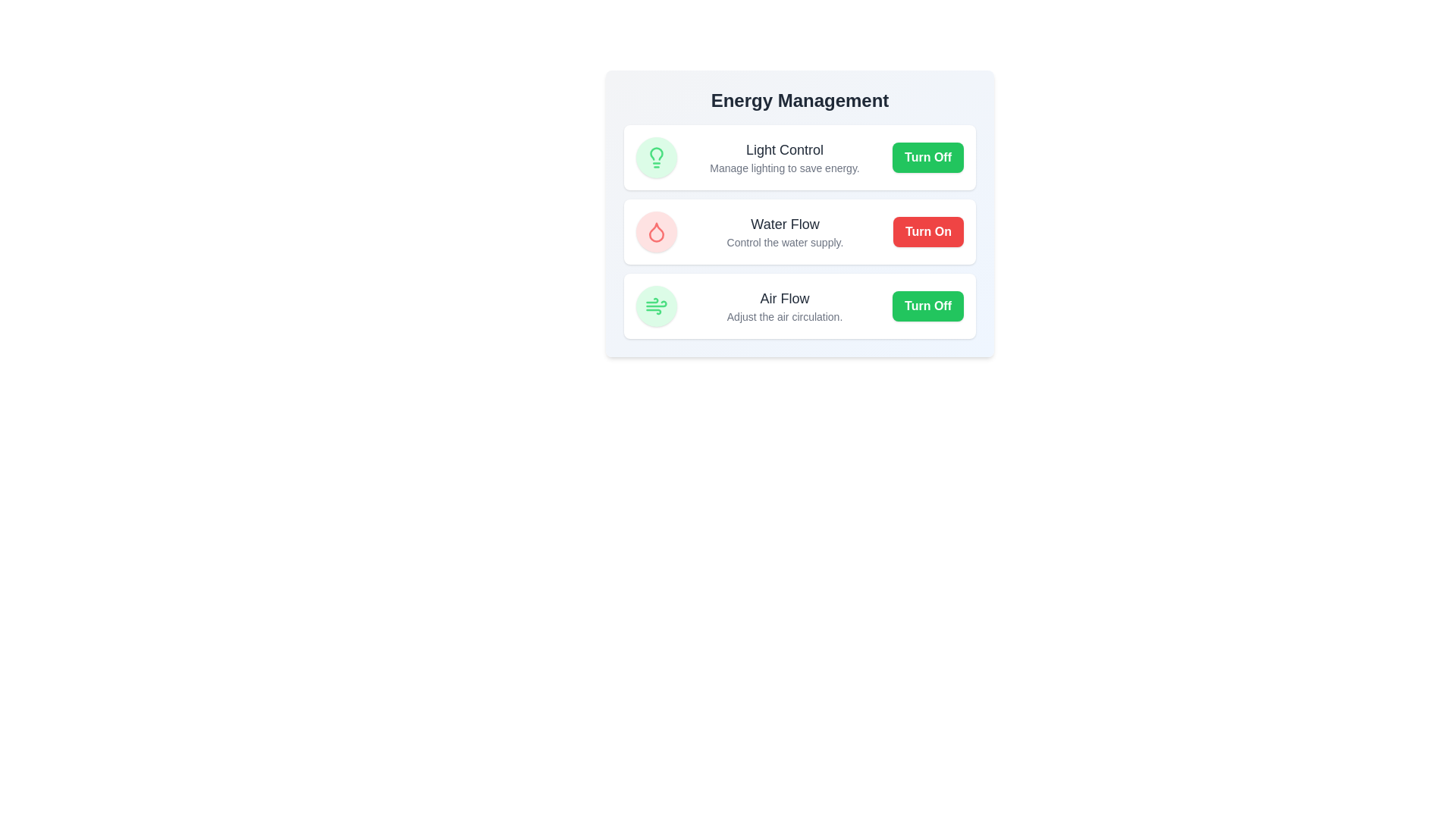  What do you see at coordinates (927, 158) in the screenshot?
I see `the 'Turn Off' button, which is a prominent green button with white bold text, located in the 'Light Control' section next to the description 'Manage lighting` at bounding box center [927, 158].